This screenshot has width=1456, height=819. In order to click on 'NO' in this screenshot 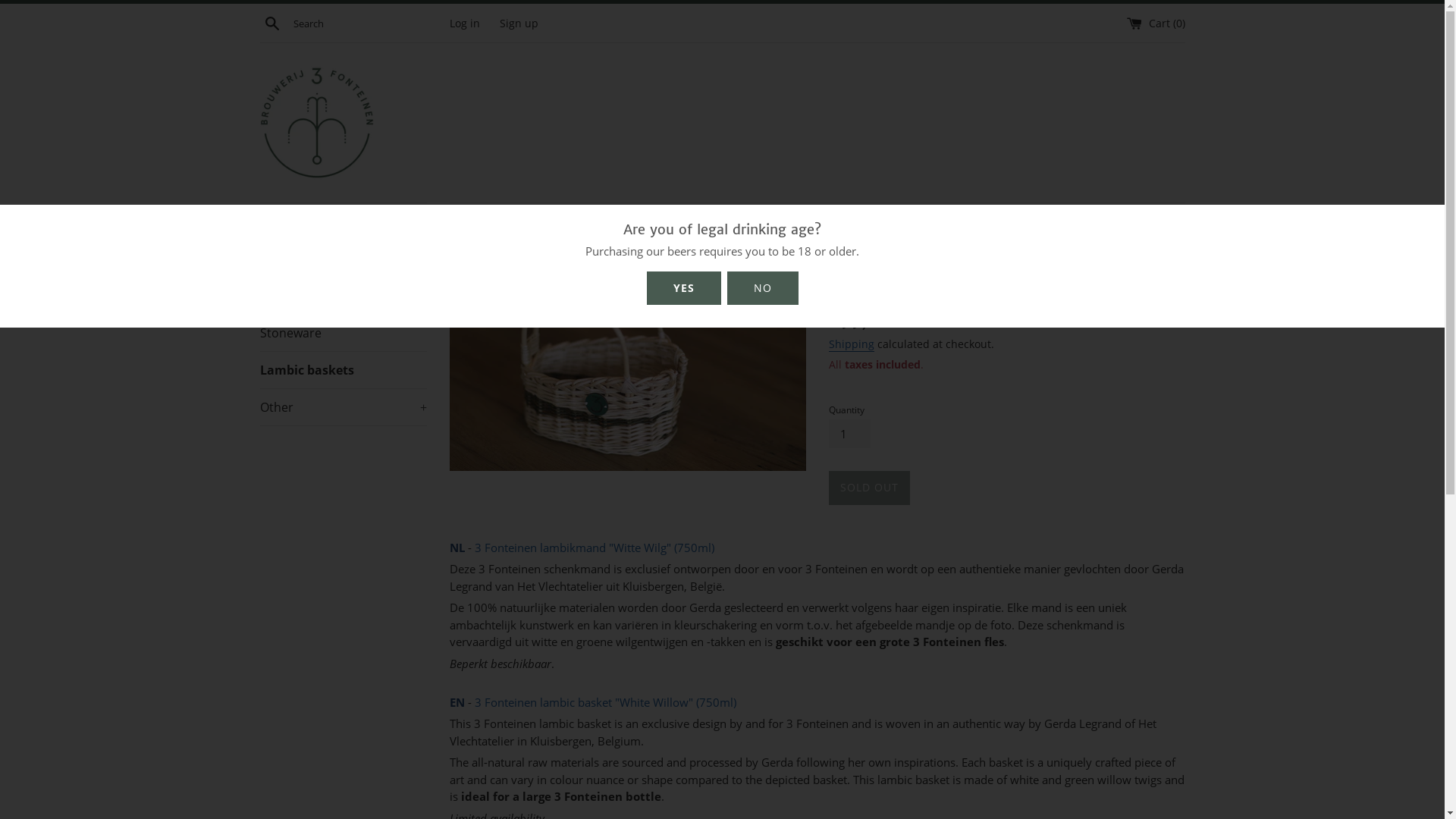, I will do `click(761, 288)`.